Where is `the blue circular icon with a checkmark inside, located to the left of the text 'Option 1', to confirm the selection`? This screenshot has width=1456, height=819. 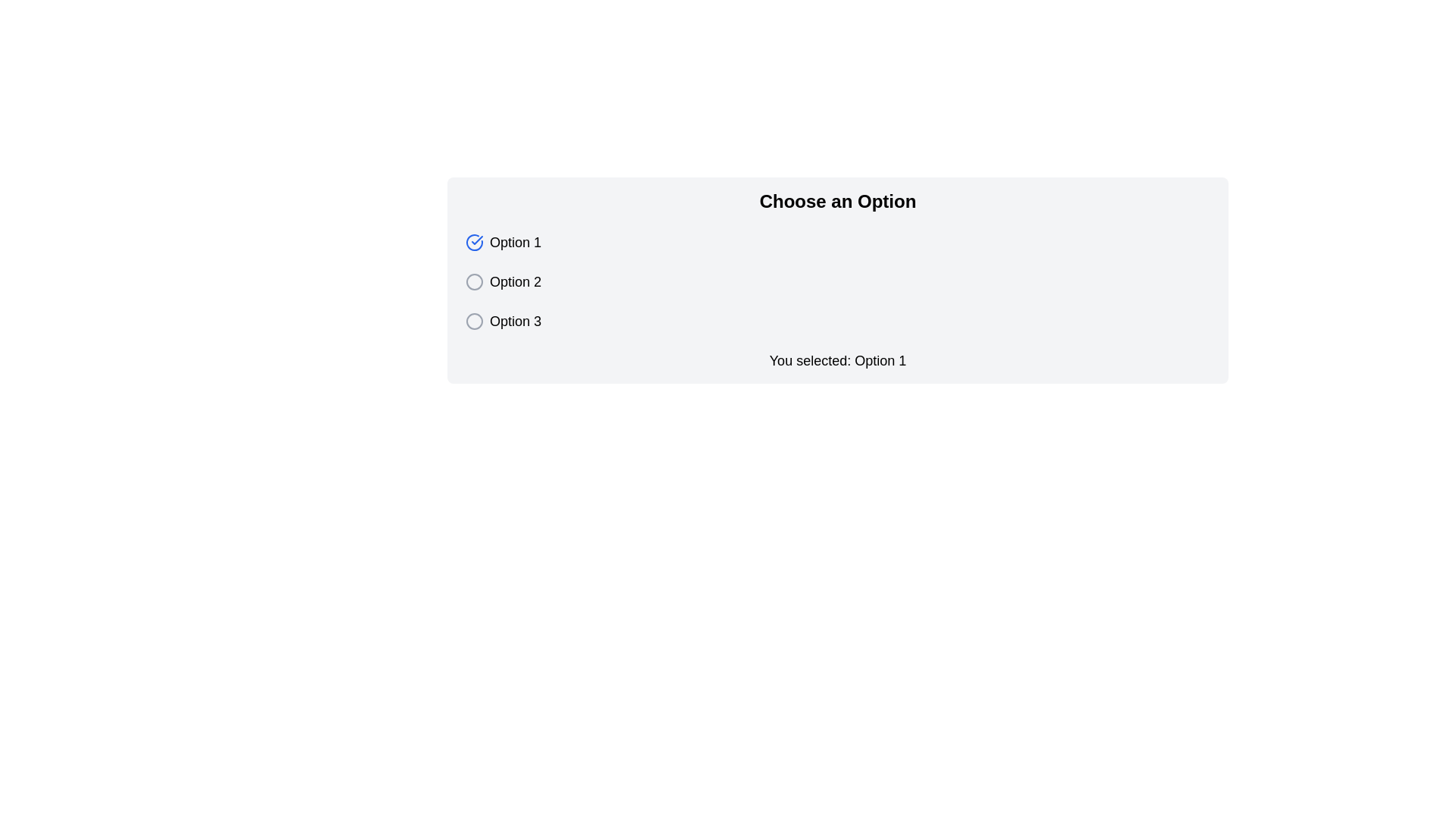
the blue circular icon with a checkmark inside, located to the left of the text 'Option 1', to confirm the selection is located at coordinates (473, 242).